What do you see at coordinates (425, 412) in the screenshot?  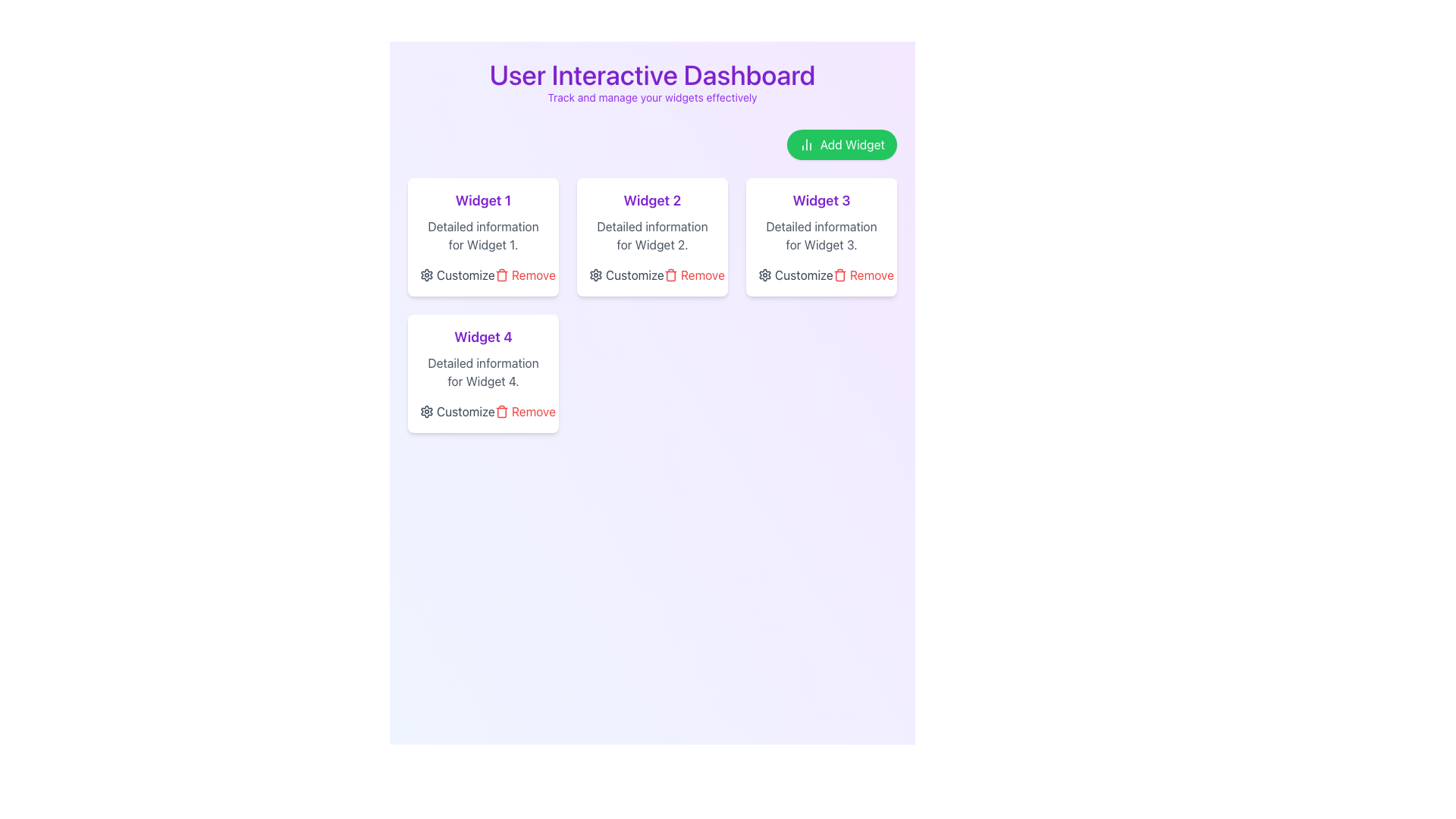 I see `the cogwheel icon indicating settings, located to the left of the 'Customize' label` at bounding box center [425, 412].